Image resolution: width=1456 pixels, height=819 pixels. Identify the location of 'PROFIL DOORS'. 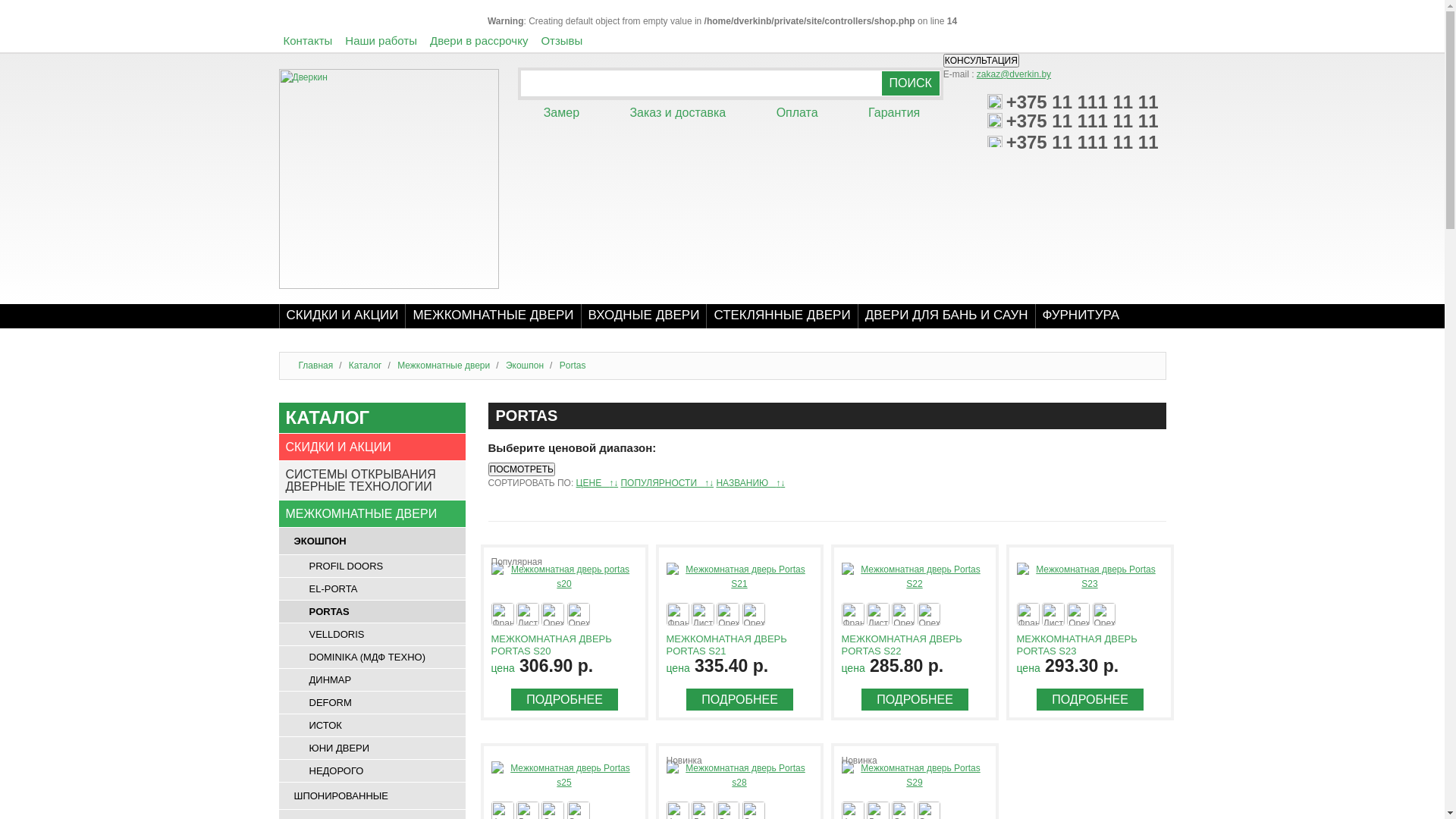
(372, 566).